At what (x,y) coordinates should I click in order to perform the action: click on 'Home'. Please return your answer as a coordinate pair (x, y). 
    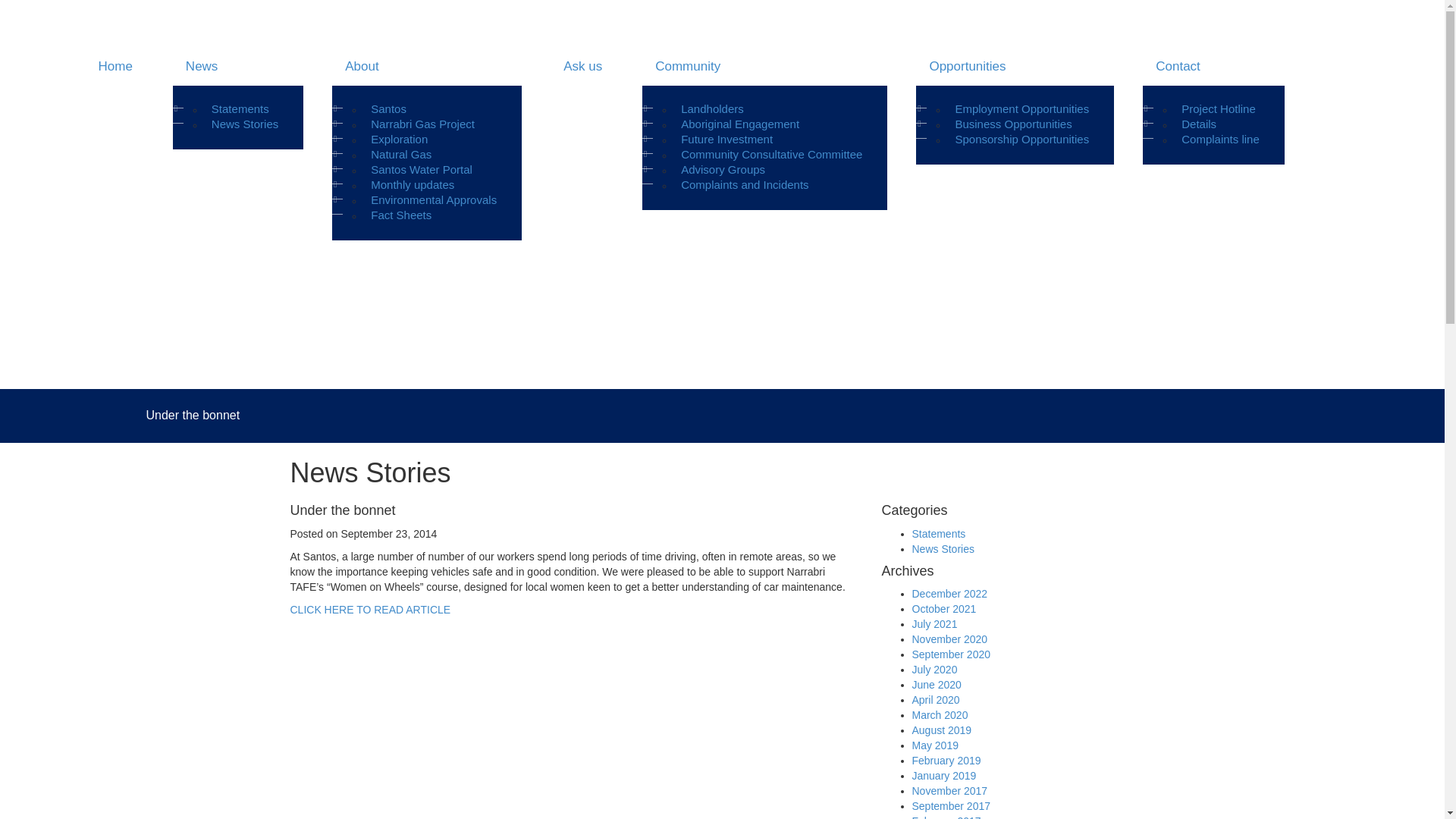
    Looking at the image, I should click on (113, 66).